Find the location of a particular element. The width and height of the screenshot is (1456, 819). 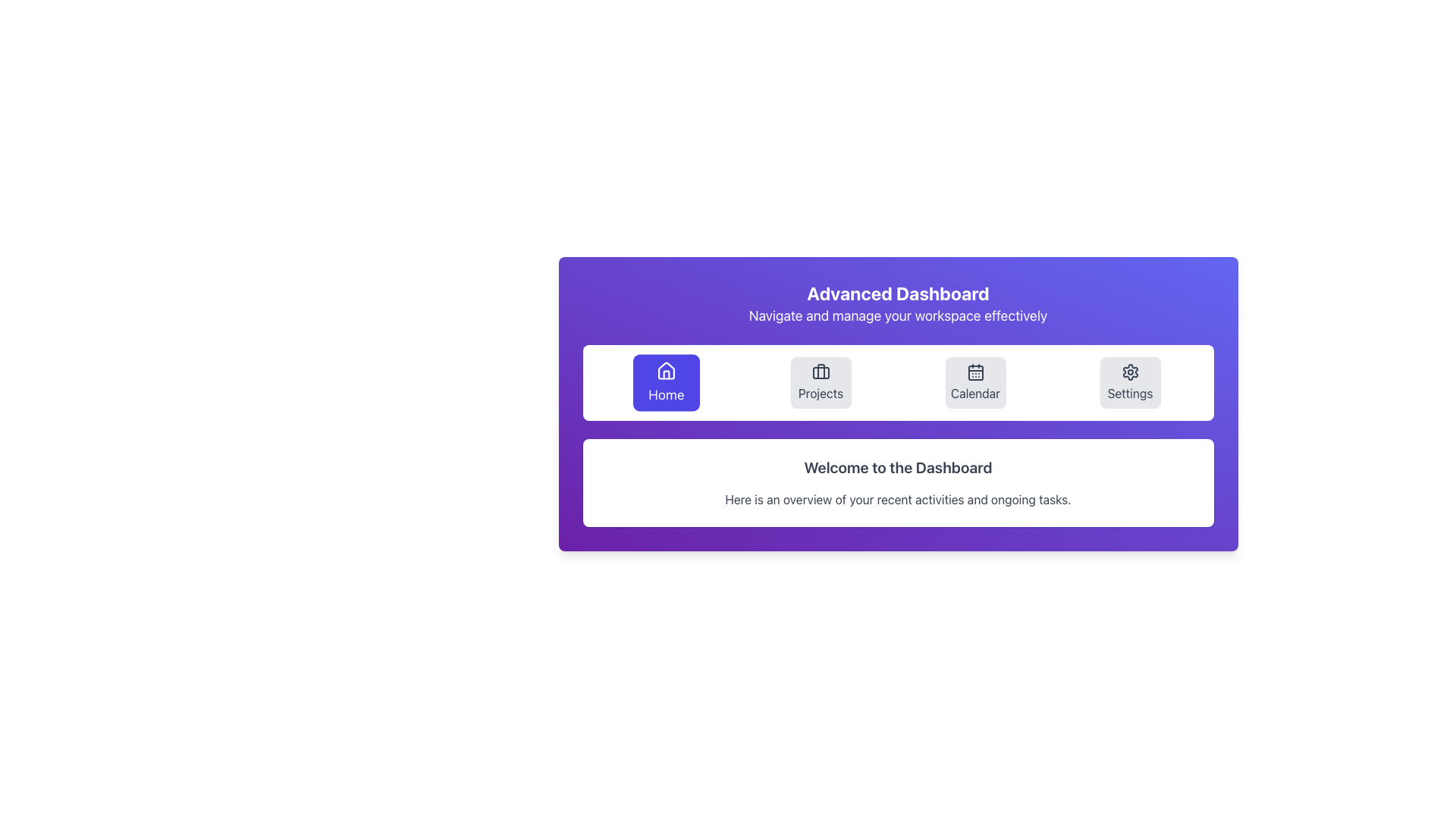

the text label that reads 'Here is an overview of your recent activities and ongoing tasks.' which is located beneath the title 'Welcome to the Dashboard' in a white card on a violet background is located at coordinates (898, 500).